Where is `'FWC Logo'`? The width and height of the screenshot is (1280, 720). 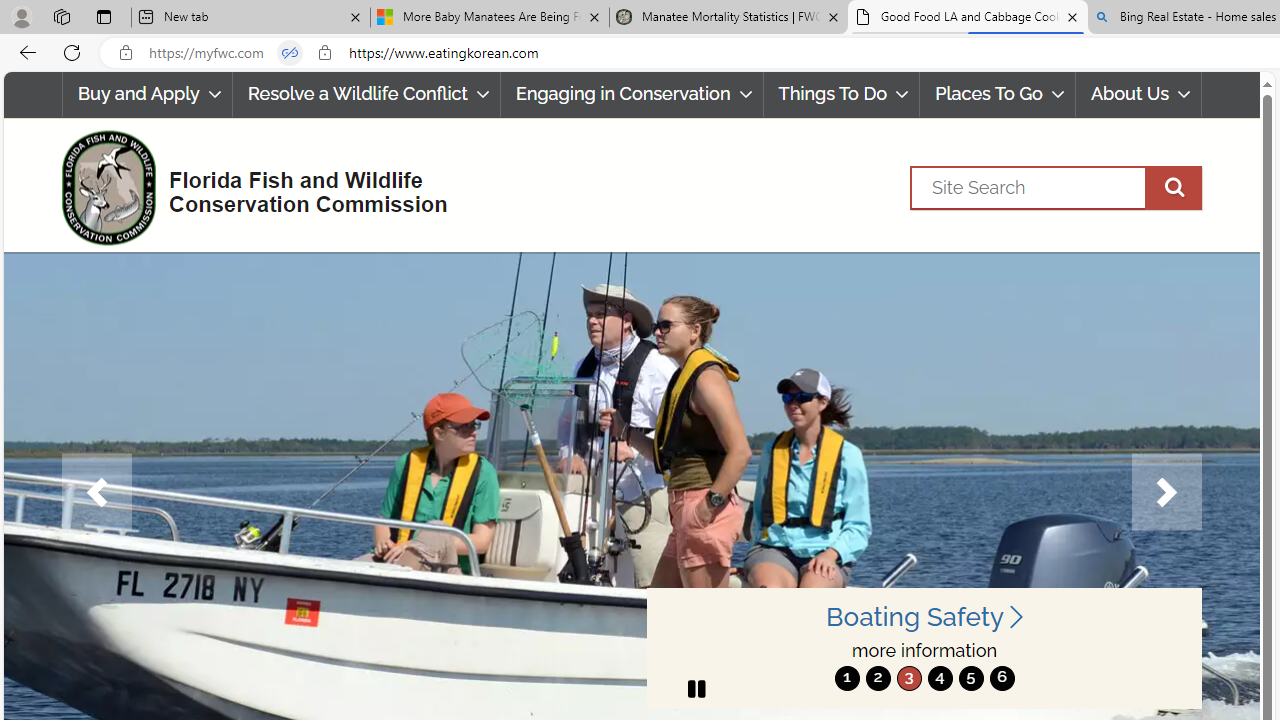 'FWC Logo' is located at coordinates (107, 187).